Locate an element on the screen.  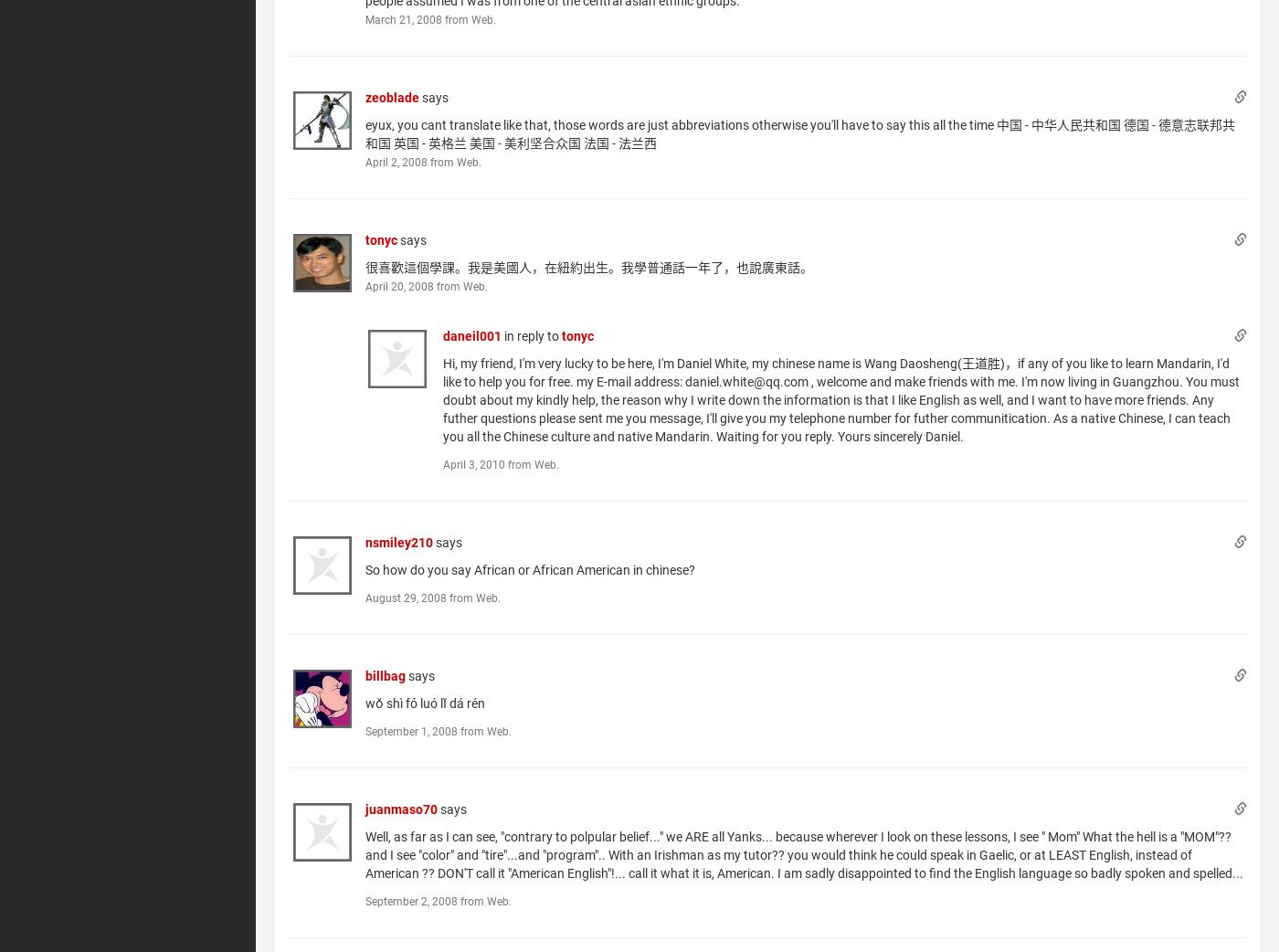
'August 29, 2008 from Web.' is located at coordinates (433, 597).